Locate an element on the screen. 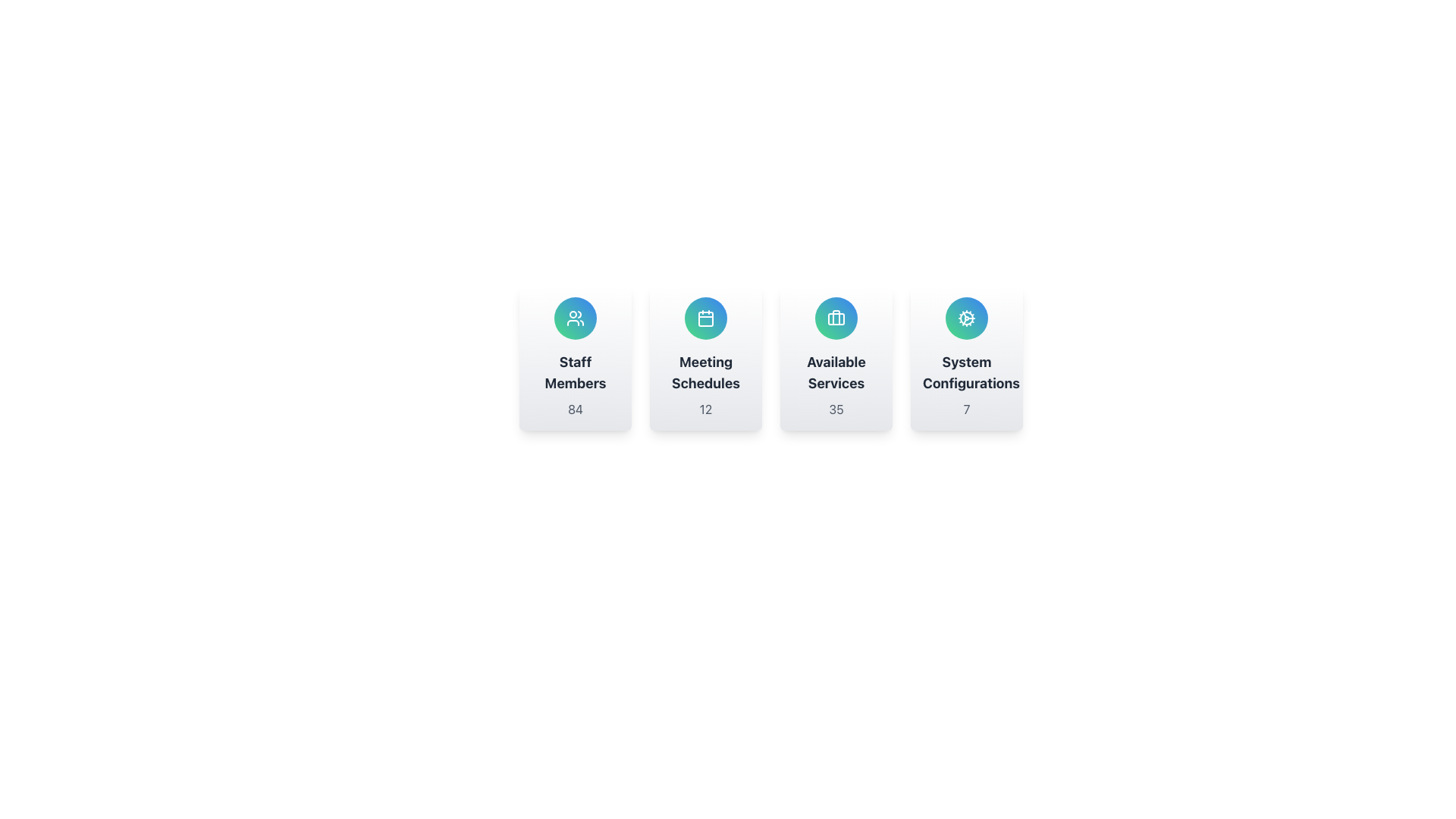 Image resolution: width=1456 pixels, height=819 pixels. the cog/gear icon representing settings in the 'System Configurations' section of the fourth card is located at coordinates (966, 318).